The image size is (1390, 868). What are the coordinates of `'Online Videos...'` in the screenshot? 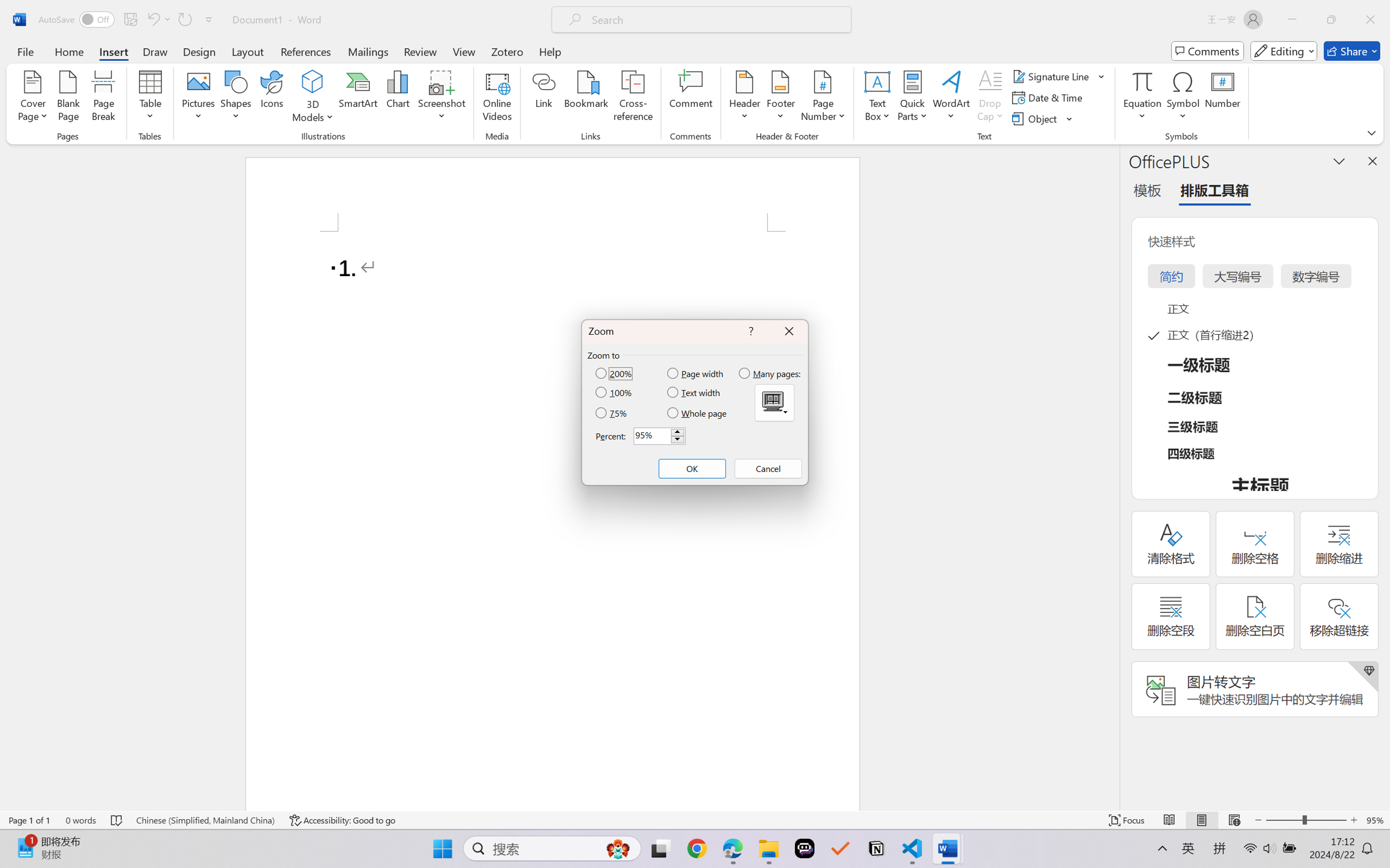 It's located at (497, 98).